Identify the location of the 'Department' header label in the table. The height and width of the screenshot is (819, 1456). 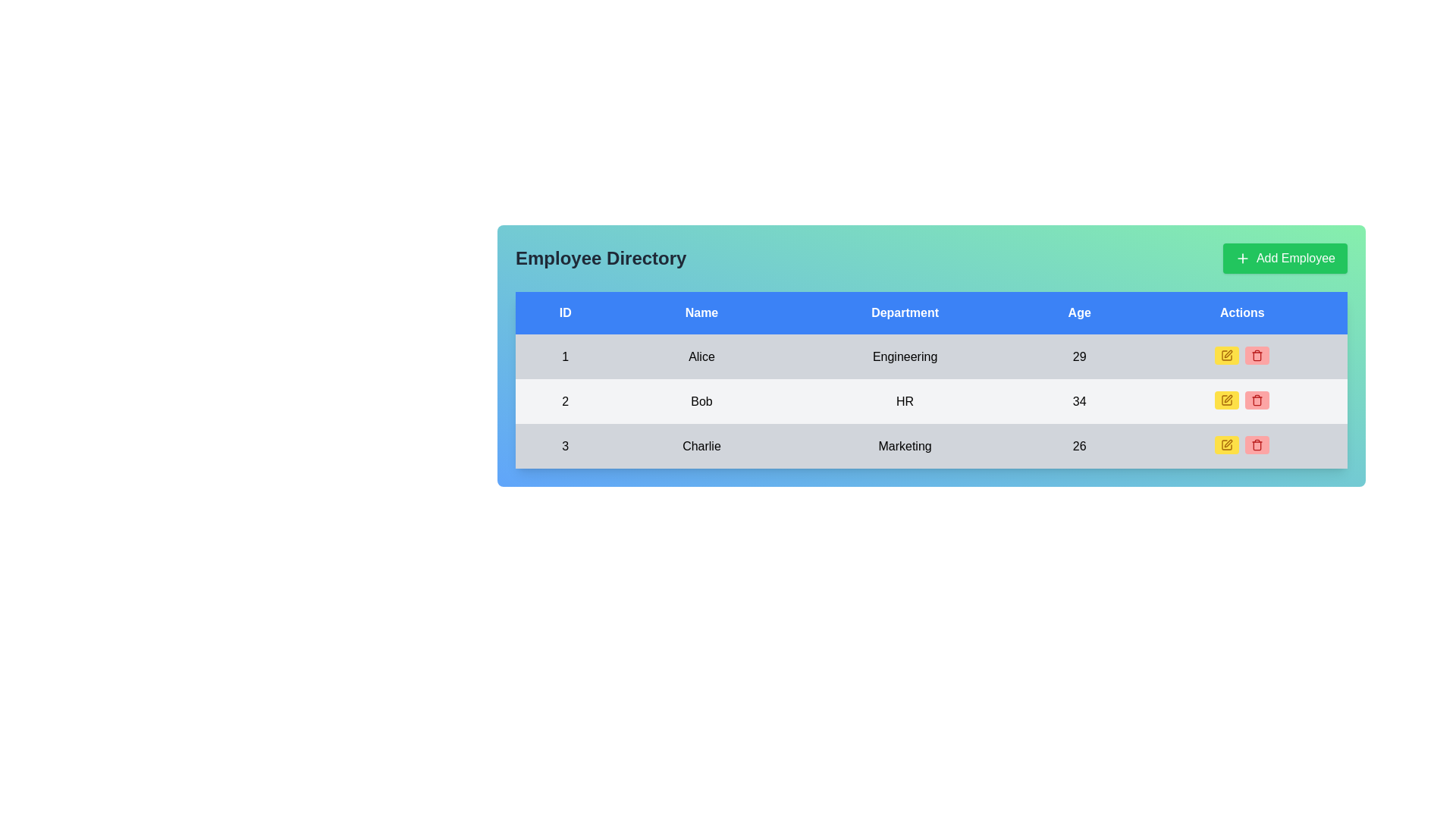
(905, 312).